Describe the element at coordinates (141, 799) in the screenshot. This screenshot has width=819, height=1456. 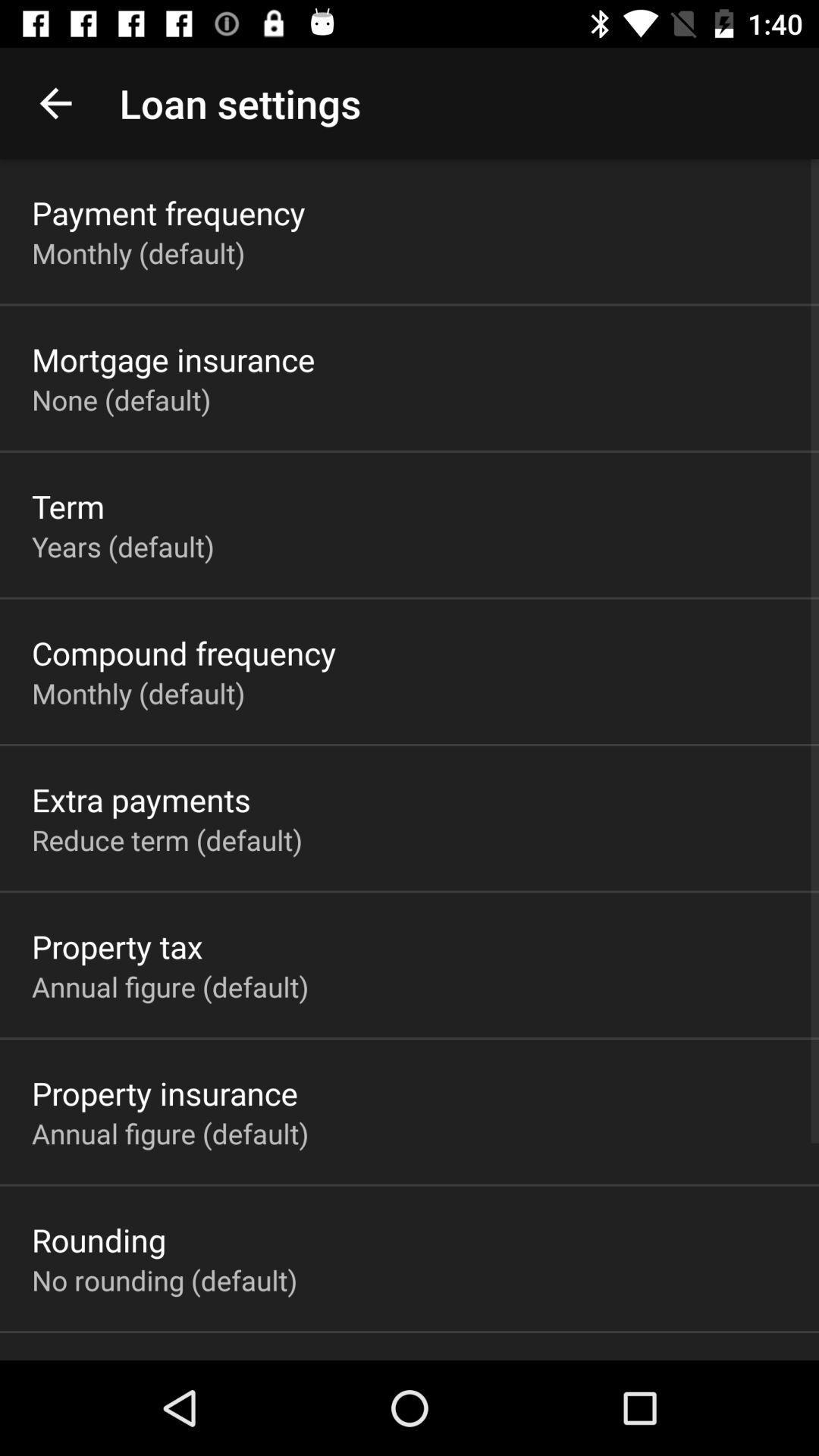
I see `the extra payments icon` at that location.